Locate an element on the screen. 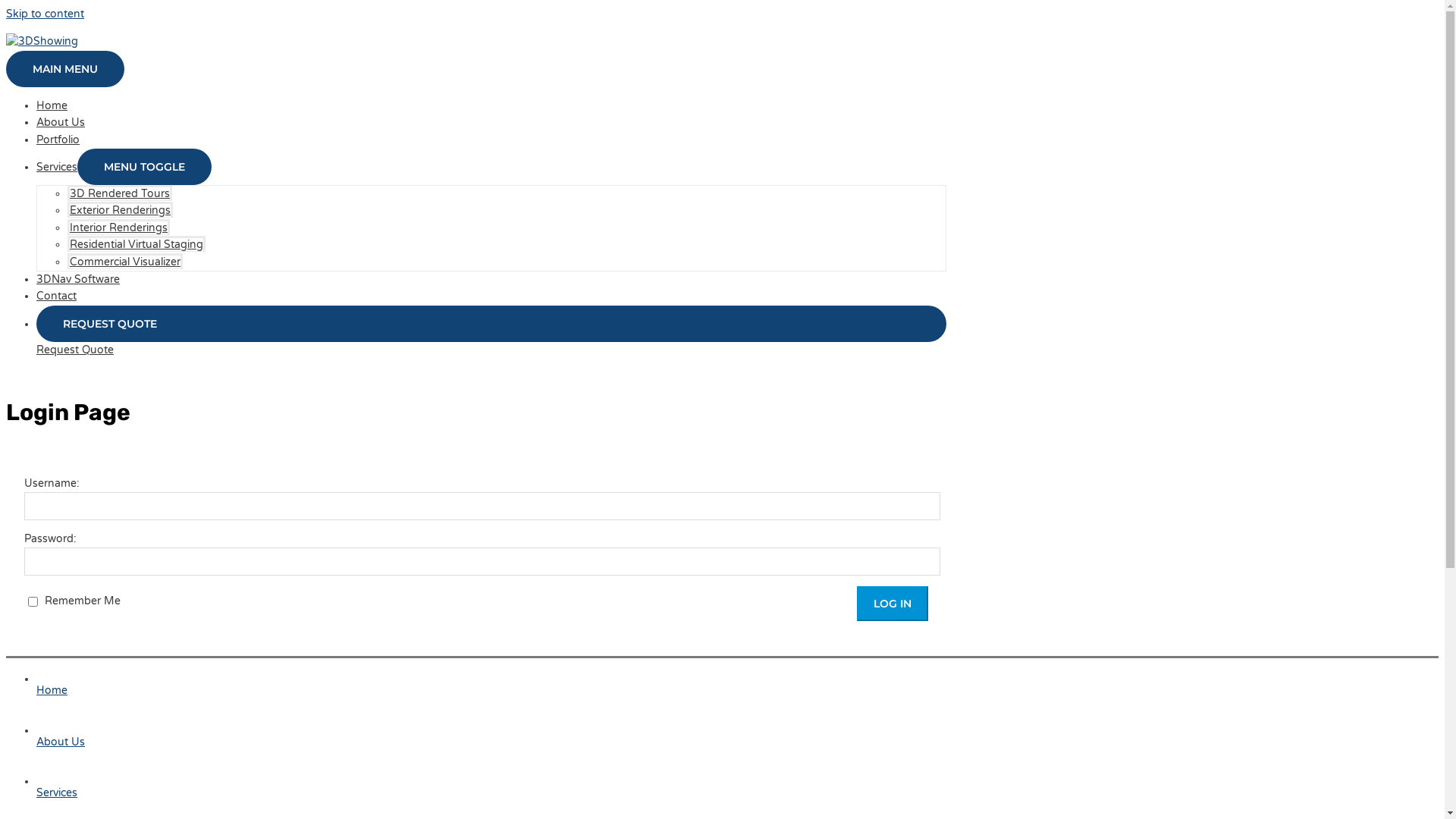  'Services' is located at coordinates (57, 167).